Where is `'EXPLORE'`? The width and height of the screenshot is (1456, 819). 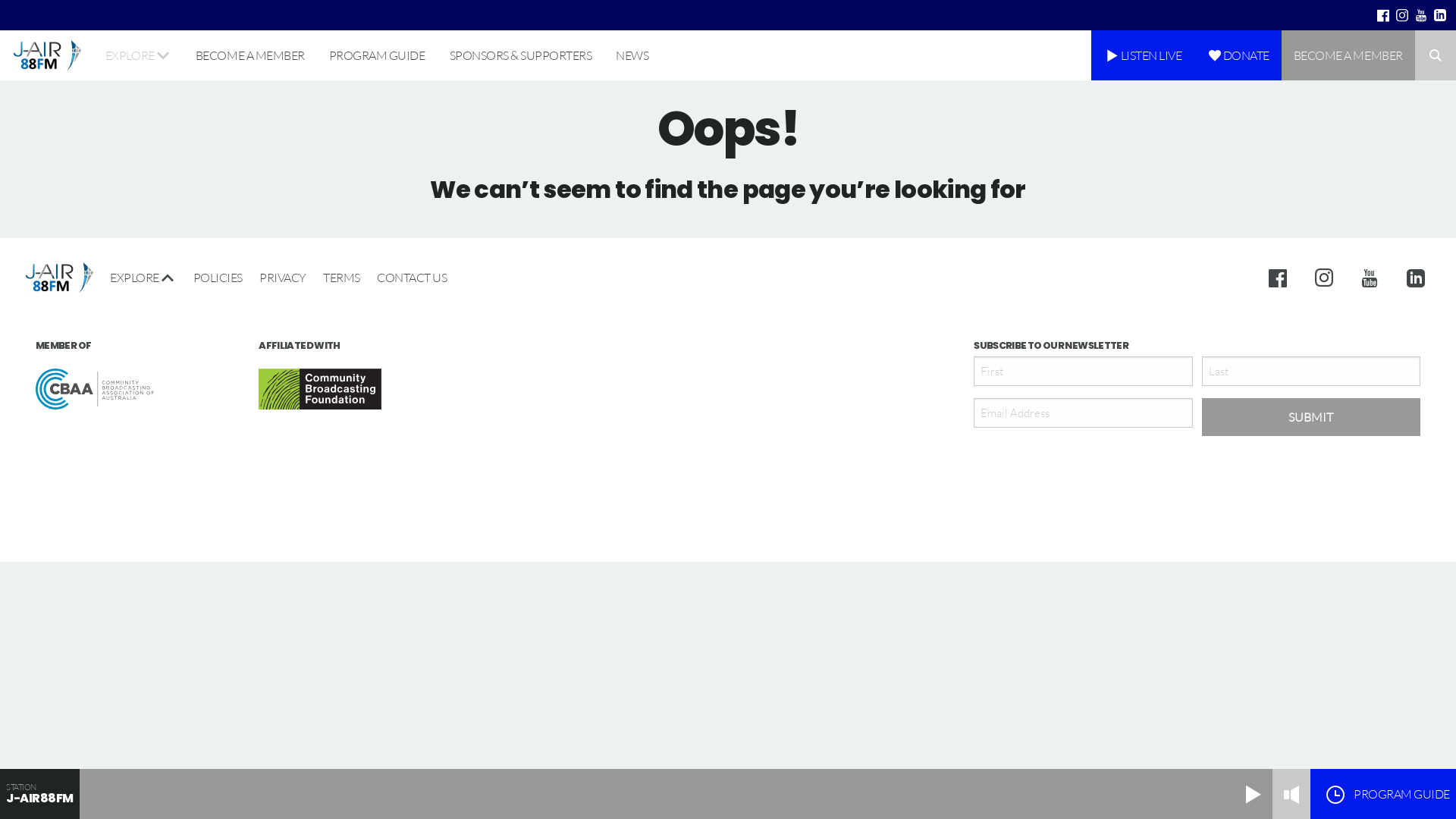
'EXPLORE' is located at coordinates (101, 278).